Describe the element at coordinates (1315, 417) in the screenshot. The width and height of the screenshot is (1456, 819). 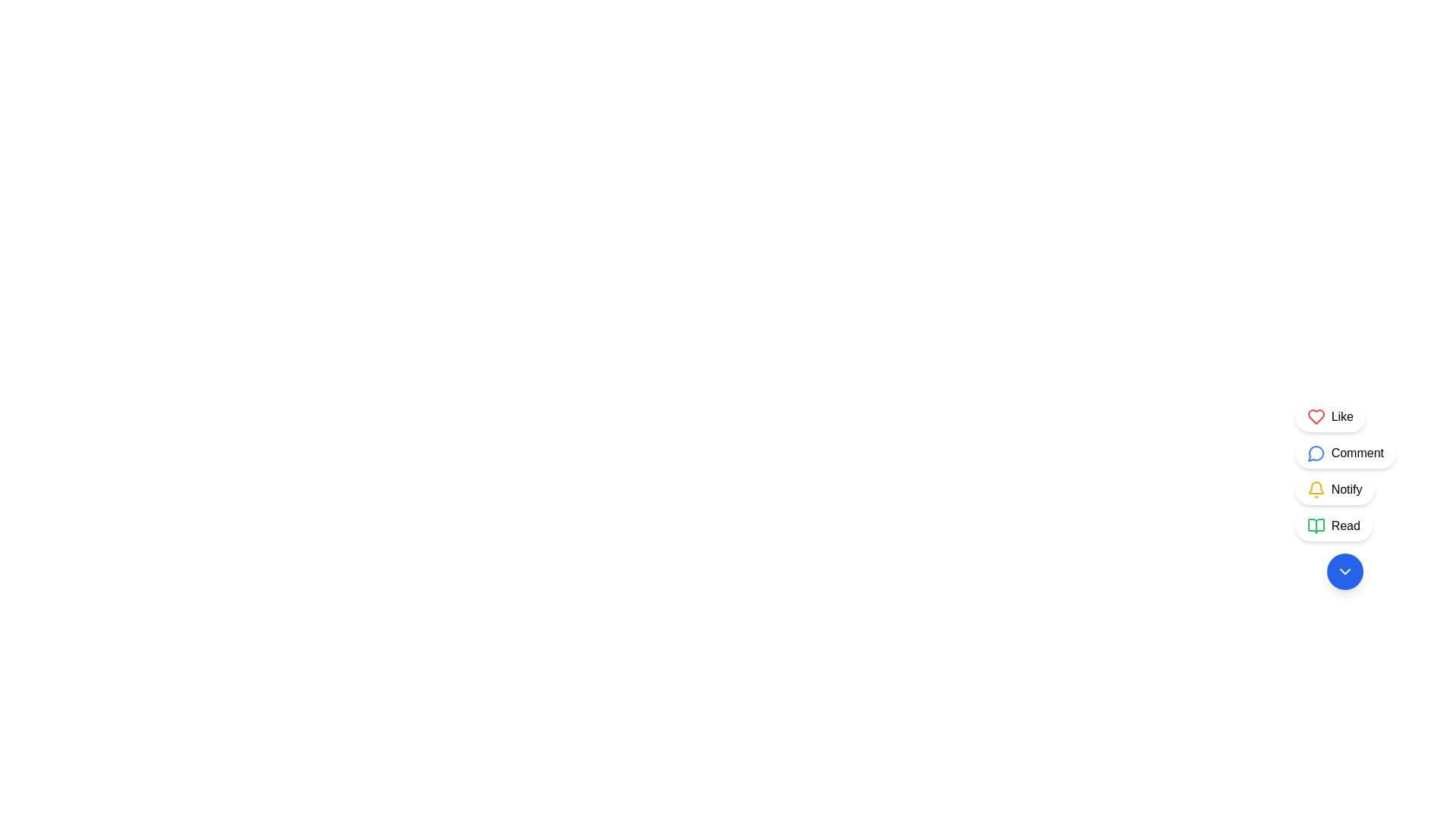
I see `the heart icon in the lower-right corner of the interface to register a like` at that location.